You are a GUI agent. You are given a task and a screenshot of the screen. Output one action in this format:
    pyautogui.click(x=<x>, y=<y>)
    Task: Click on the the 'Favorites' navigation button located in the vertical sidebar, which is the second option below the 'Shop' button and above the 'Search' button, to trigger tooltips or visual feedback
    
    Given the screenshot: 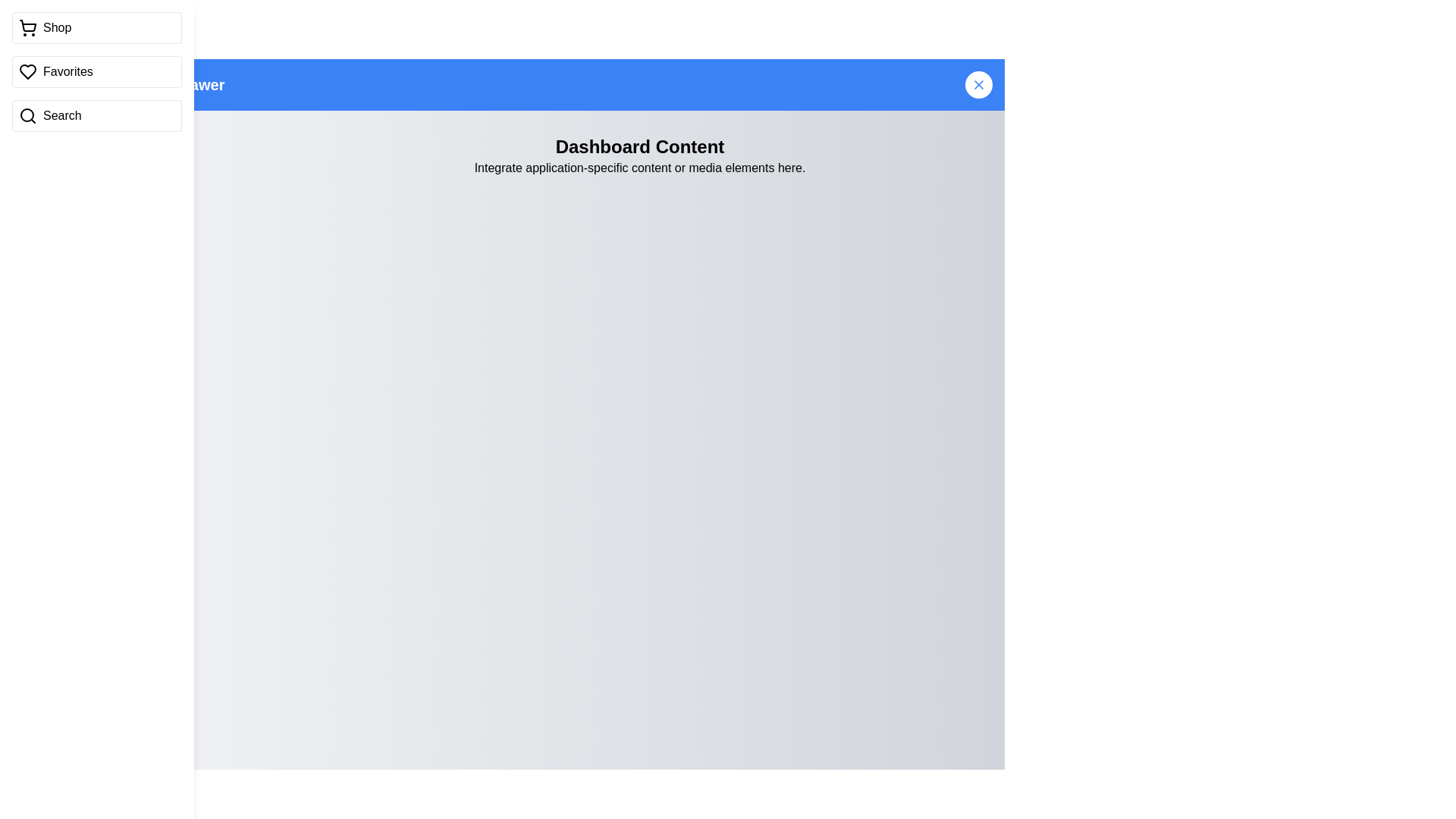 What is the action you would take?
    pyautogui.click(x=96, y=72)
    